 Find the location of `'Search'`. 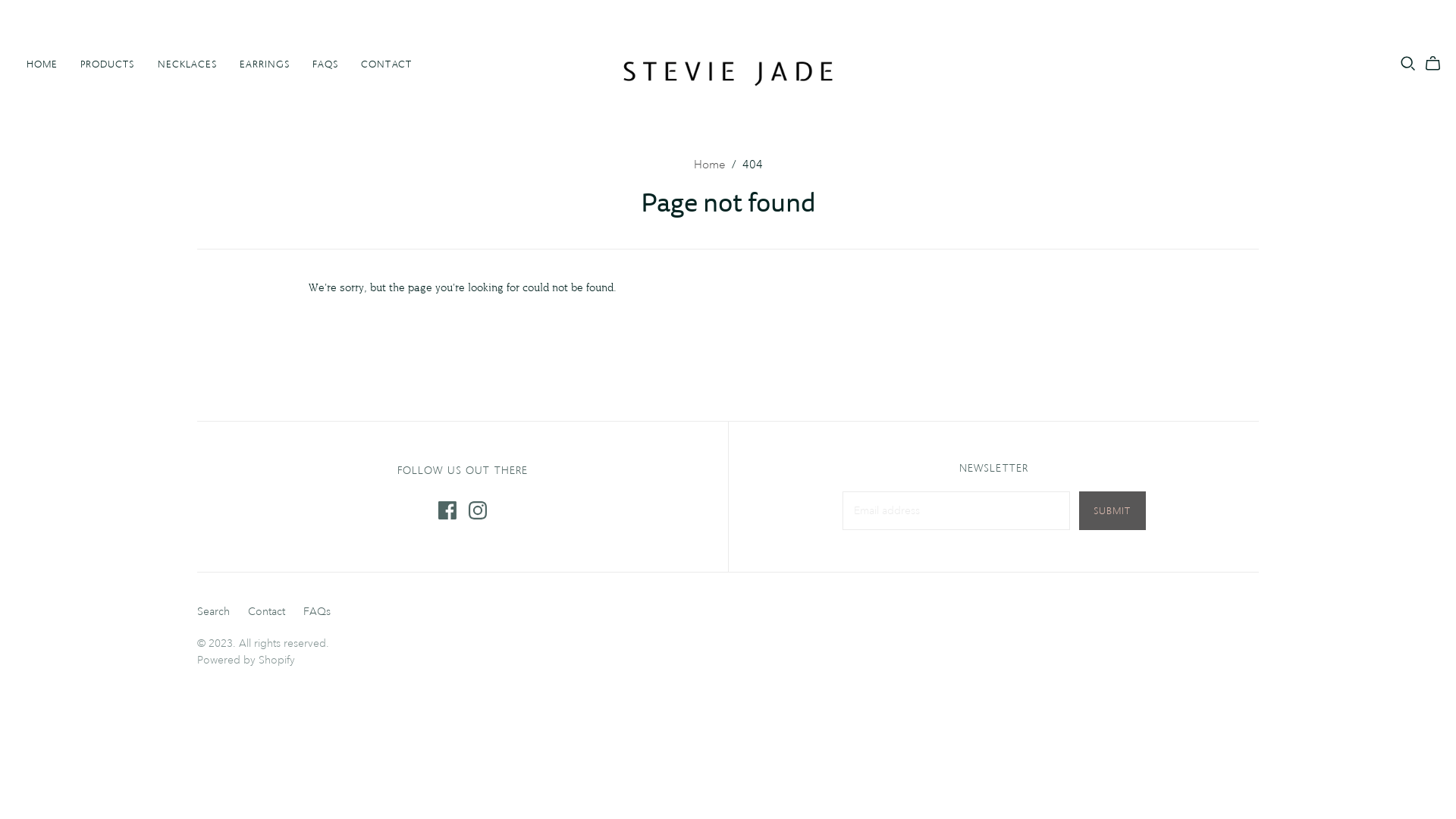

'Search' is located at coordinates (212, 610).